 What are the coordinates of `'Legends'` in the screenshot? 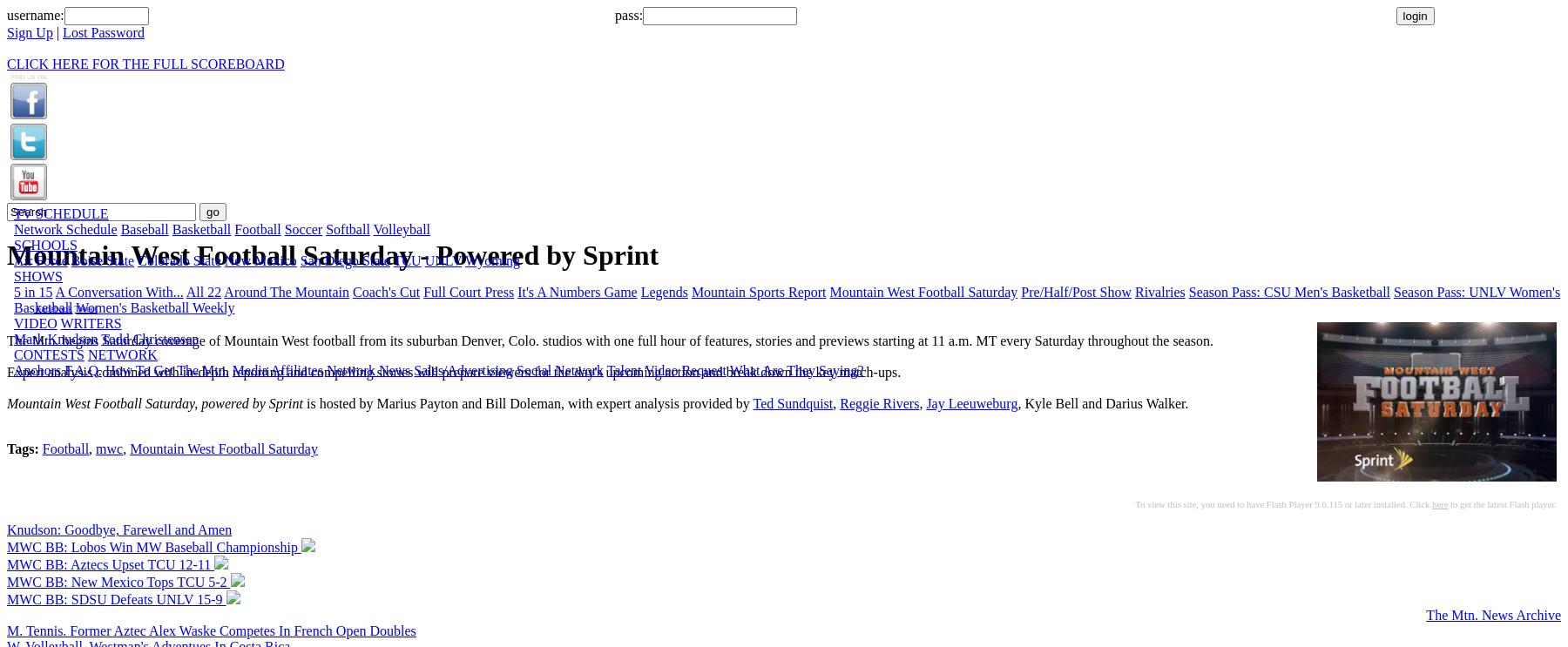 It's located at (662, 291).